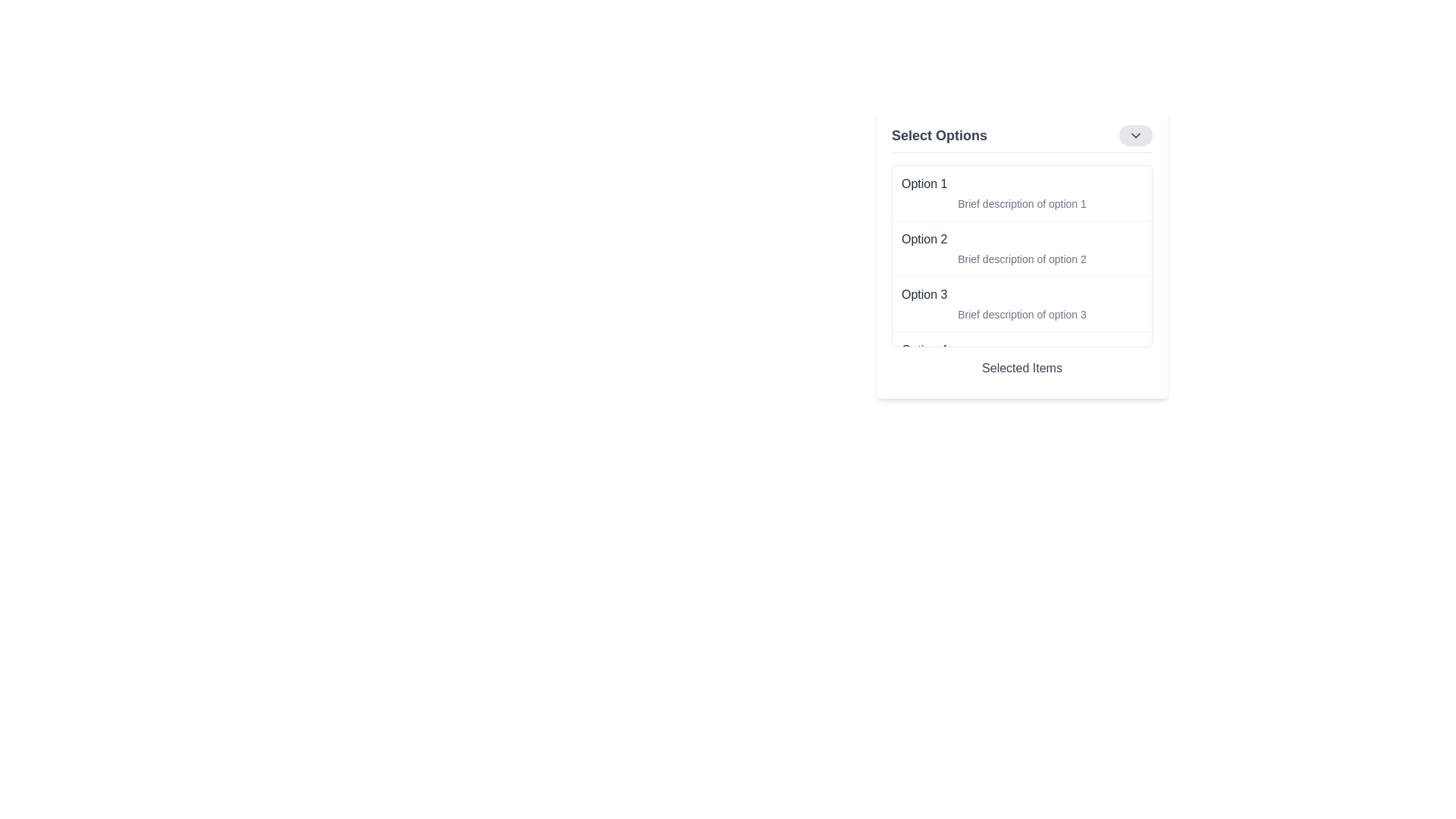  I want to click on to select the list item labeled 'Option 3' with the description 'Brief description of option 3' from the drop-down menu 'Select Options', so click(1022, 304).